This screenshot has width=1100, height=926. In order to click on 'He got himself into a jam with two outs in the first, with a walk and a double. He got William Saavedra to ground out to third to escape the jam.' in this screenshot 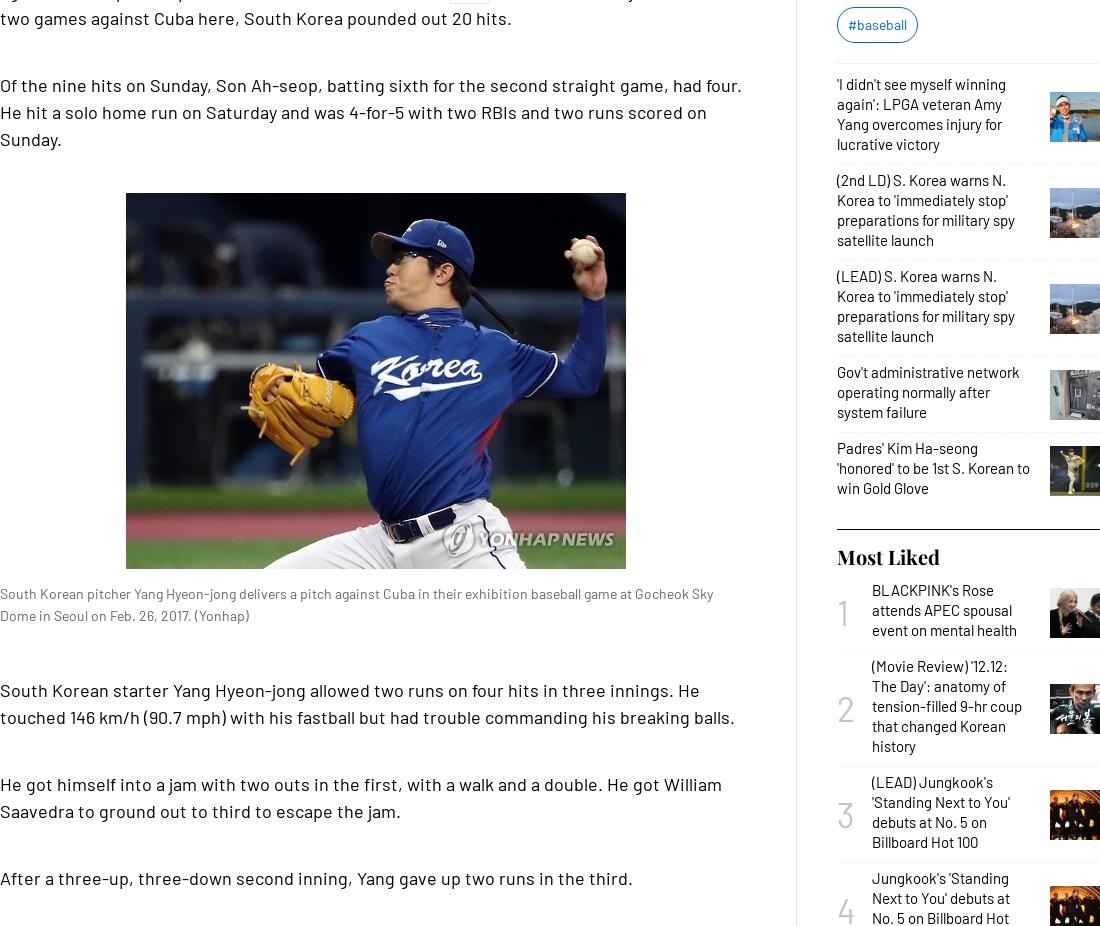, I will do `click(361, 797)`.